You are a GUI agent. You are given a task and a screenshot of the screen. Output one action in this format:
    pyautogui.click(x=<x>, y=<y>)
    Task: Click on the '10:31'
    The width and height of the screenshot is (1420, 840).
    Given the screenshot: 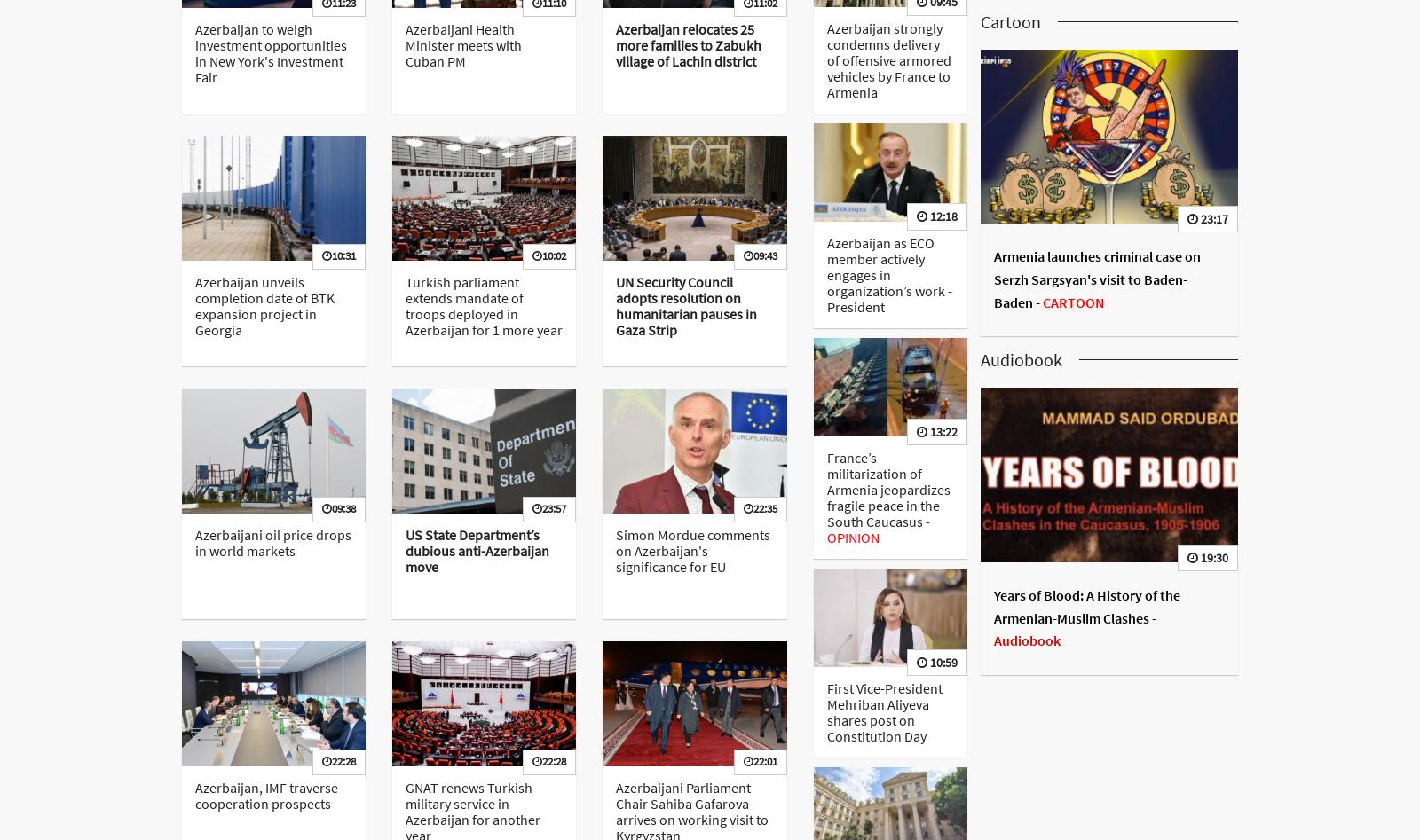 What is the action you would take?
    pyautogui.click(x=343, y=254)
    